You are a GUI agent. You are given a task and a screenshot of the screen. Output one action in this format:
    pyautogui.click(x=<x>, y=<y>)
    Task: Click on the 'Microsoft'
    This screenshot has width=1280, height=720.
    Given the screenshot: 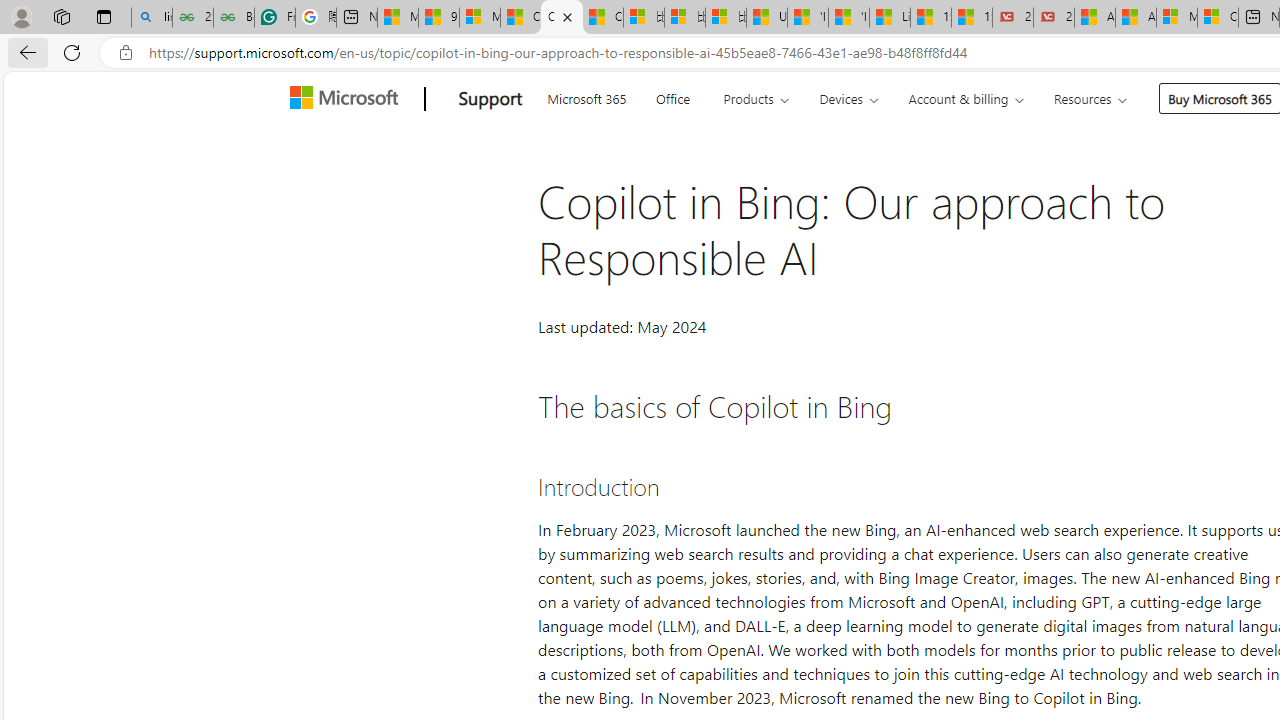 What is the action you would take?
    pyautogui.click(x=348, y=99)
    